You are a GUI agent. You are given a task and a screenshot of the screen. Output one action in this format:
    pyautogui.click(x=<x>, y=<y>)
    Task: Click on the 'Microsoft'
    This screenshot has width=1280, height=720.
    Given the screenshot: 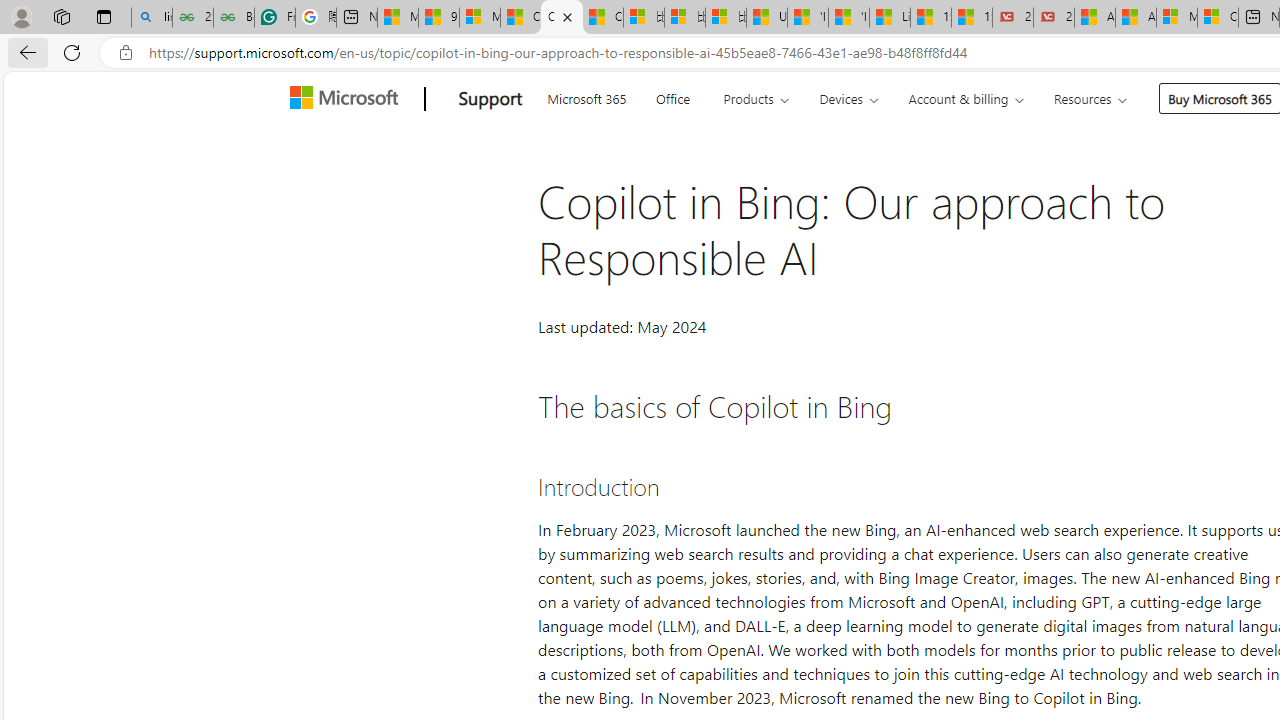 What is the action you would take?
    pyautogui.click(x=348, y=99)
    